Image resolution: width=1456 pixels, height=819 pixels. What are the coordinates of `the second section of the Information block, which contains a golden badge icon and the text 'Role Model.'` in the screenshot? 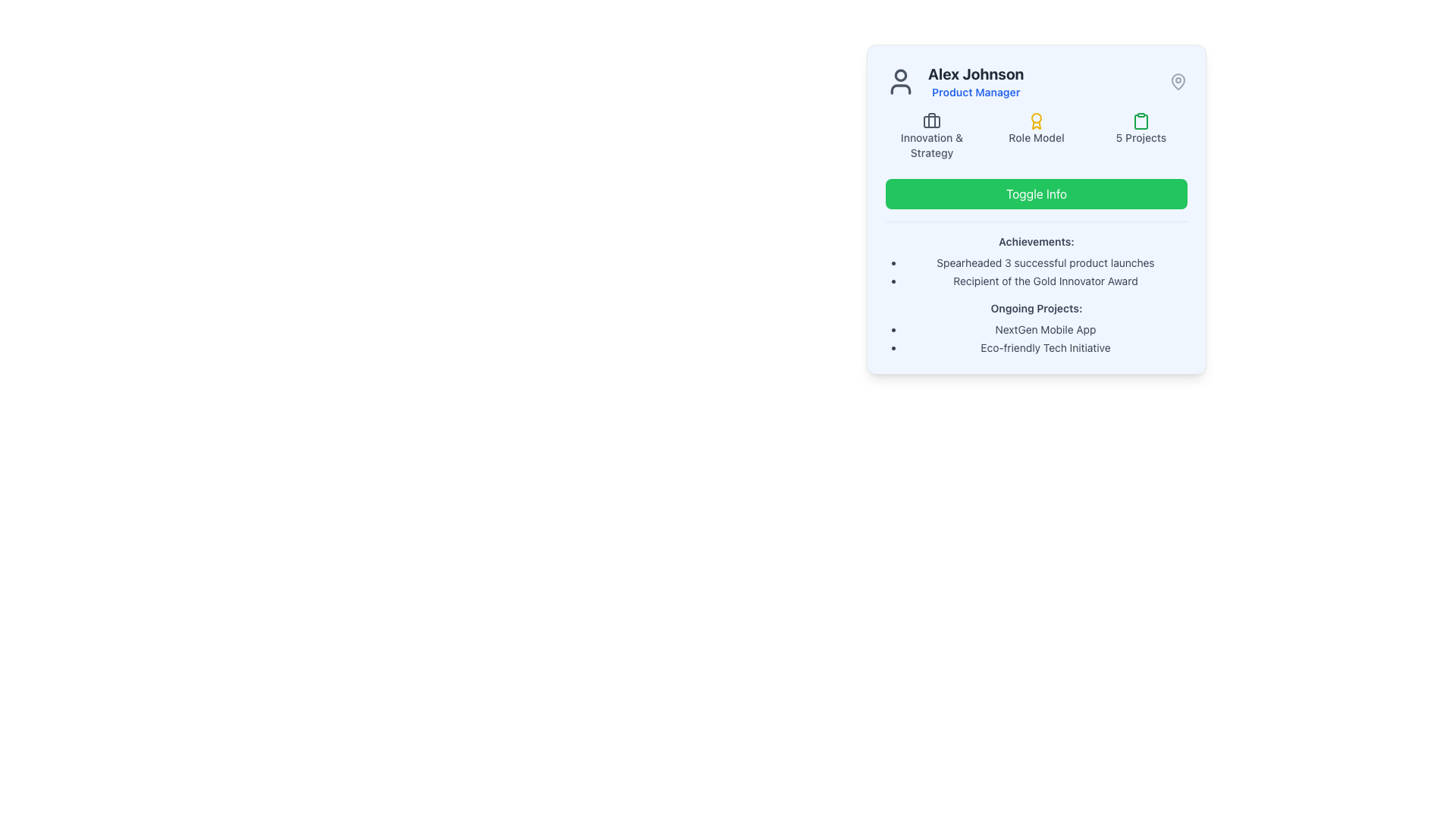 It's located at (1036, 136).